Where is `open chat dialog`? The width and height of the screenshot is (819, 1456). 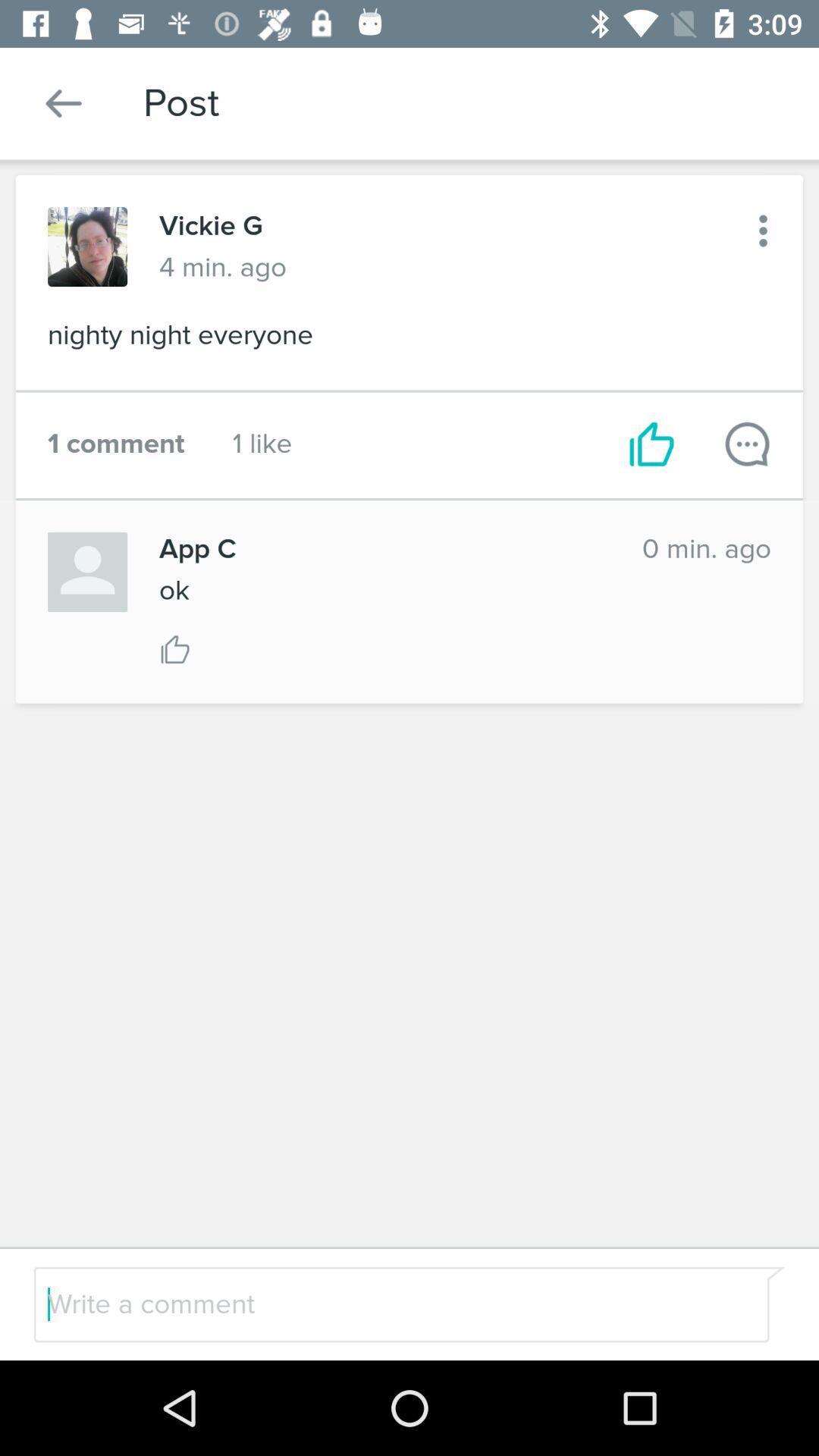
open chat dialog is located at coordinates (746, 443).